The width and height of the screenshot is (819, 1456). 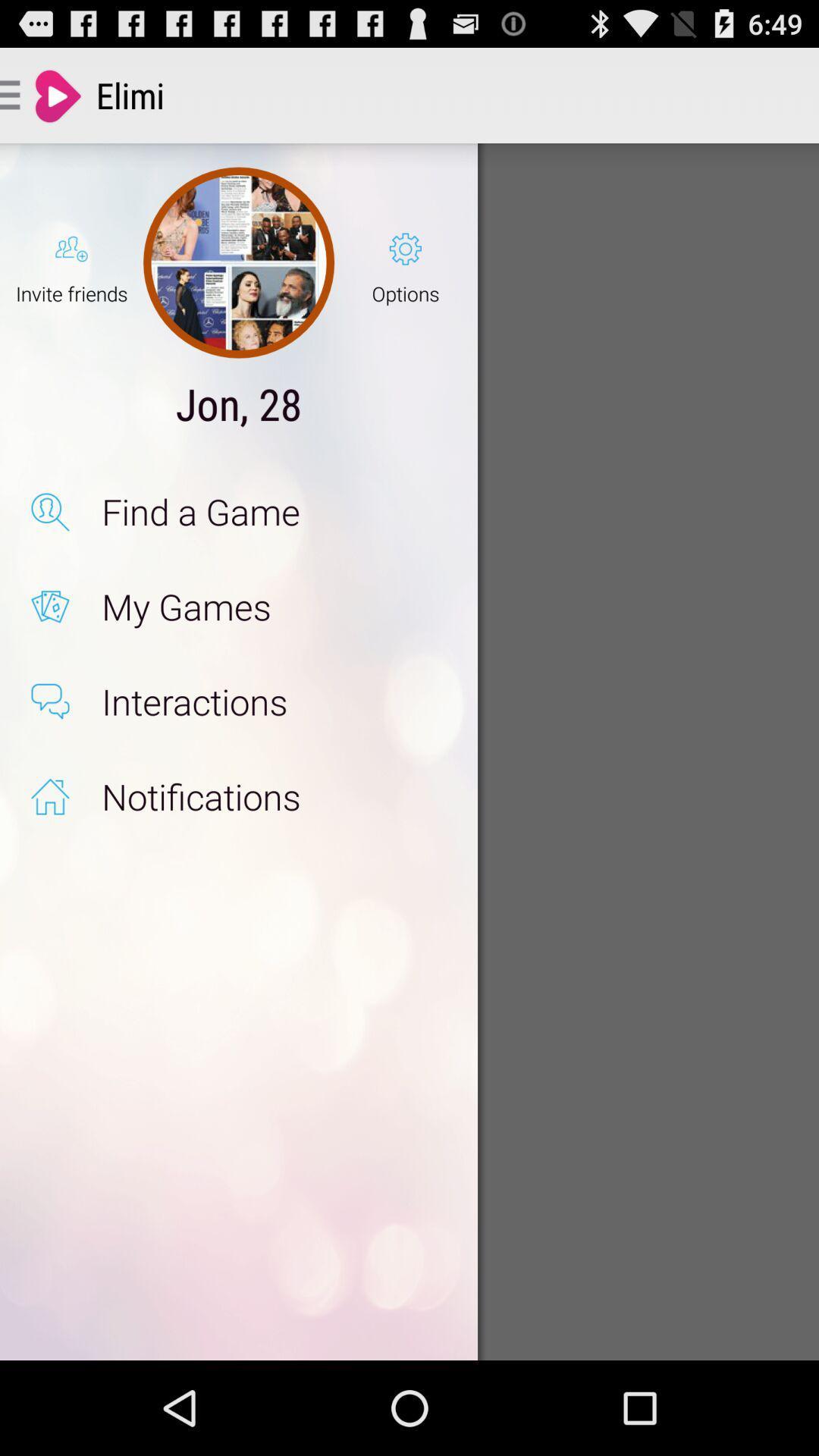 I want to click on the jon, 28 app, so click(x=239, y=403).